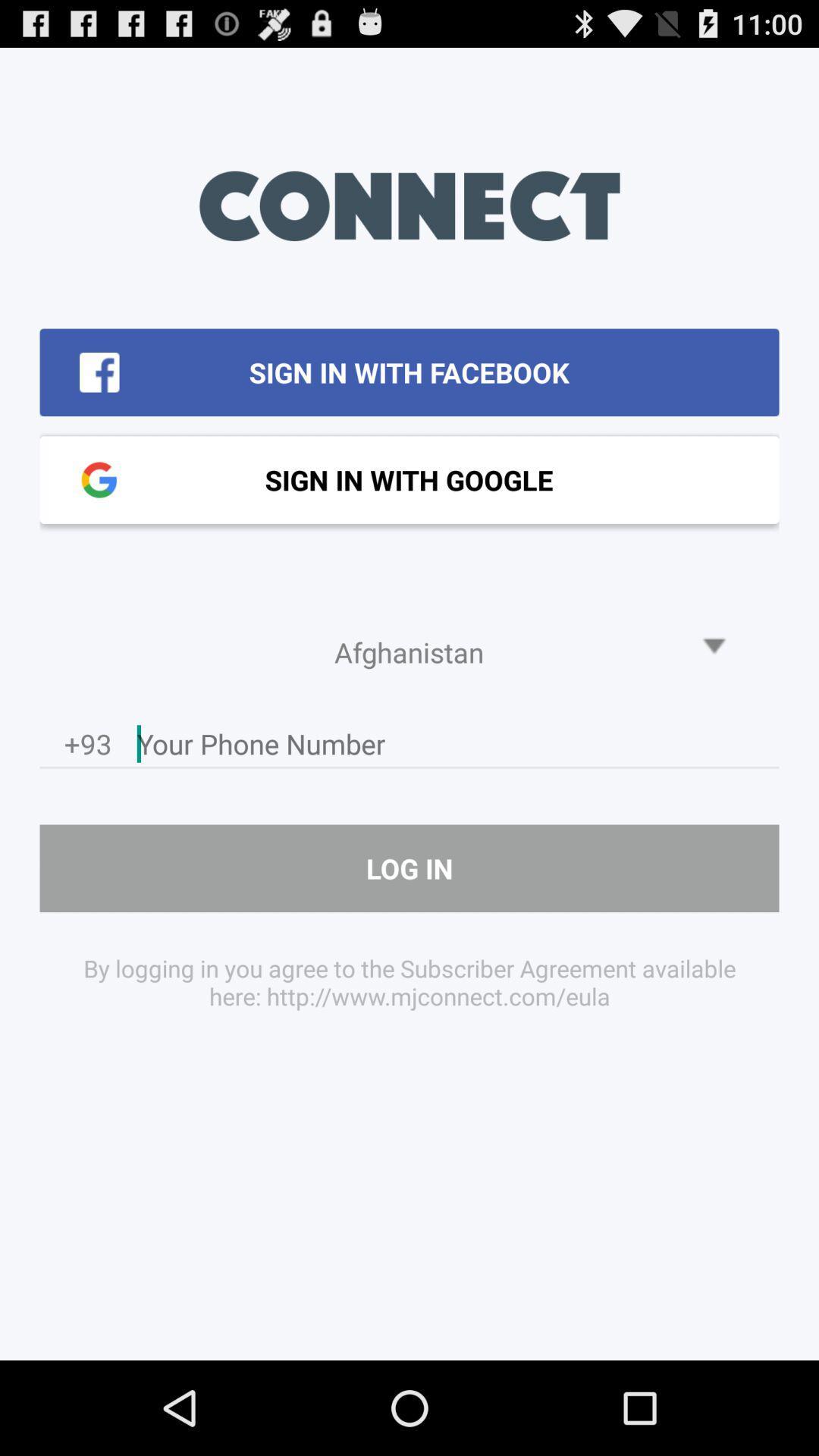 The image size is (819, 1456). I want to click on icon above the log in item, so click(457, 748).